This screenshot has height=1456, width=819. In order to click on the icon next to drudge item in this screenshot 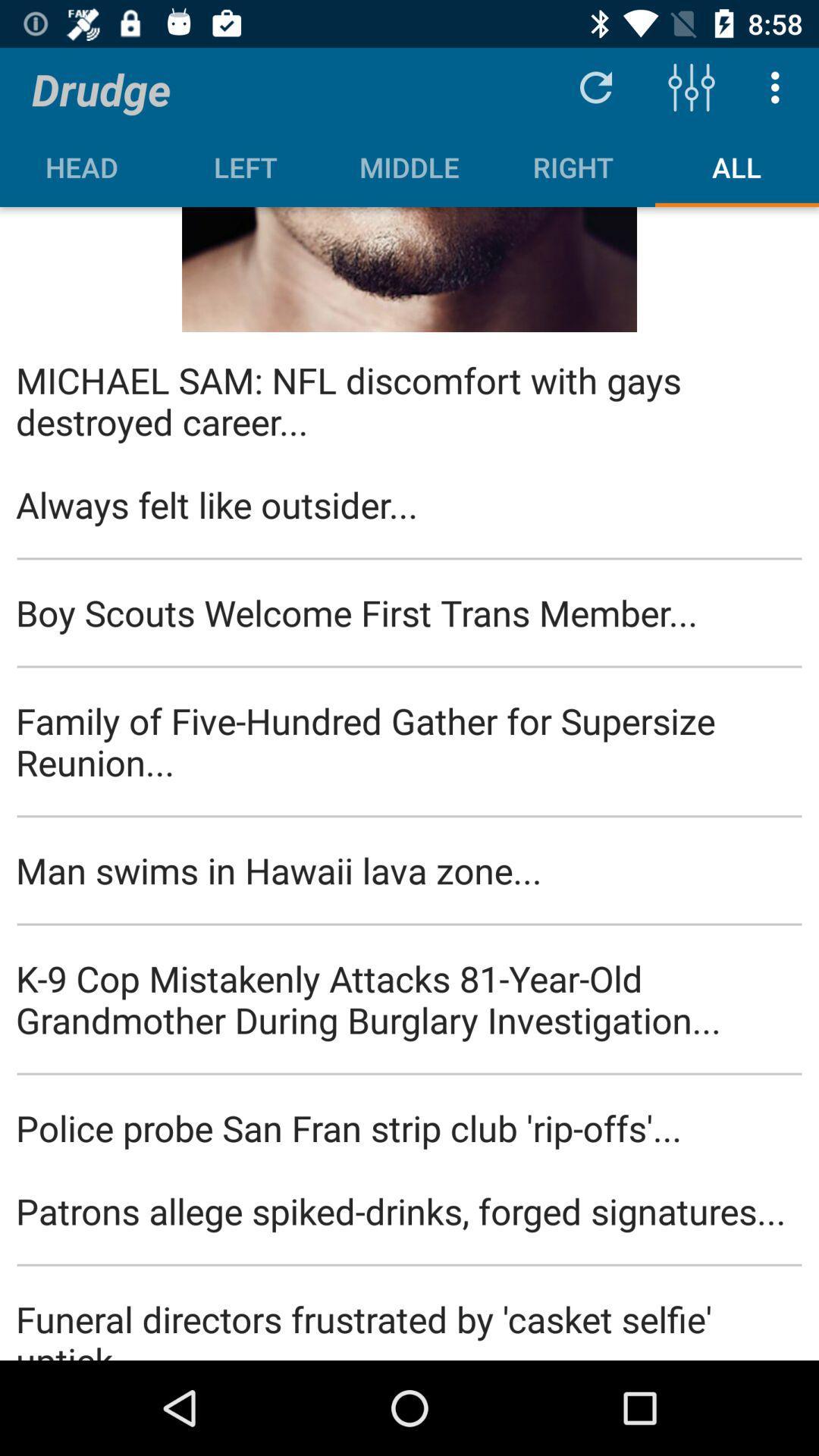, I will do `click(595, 86)`.